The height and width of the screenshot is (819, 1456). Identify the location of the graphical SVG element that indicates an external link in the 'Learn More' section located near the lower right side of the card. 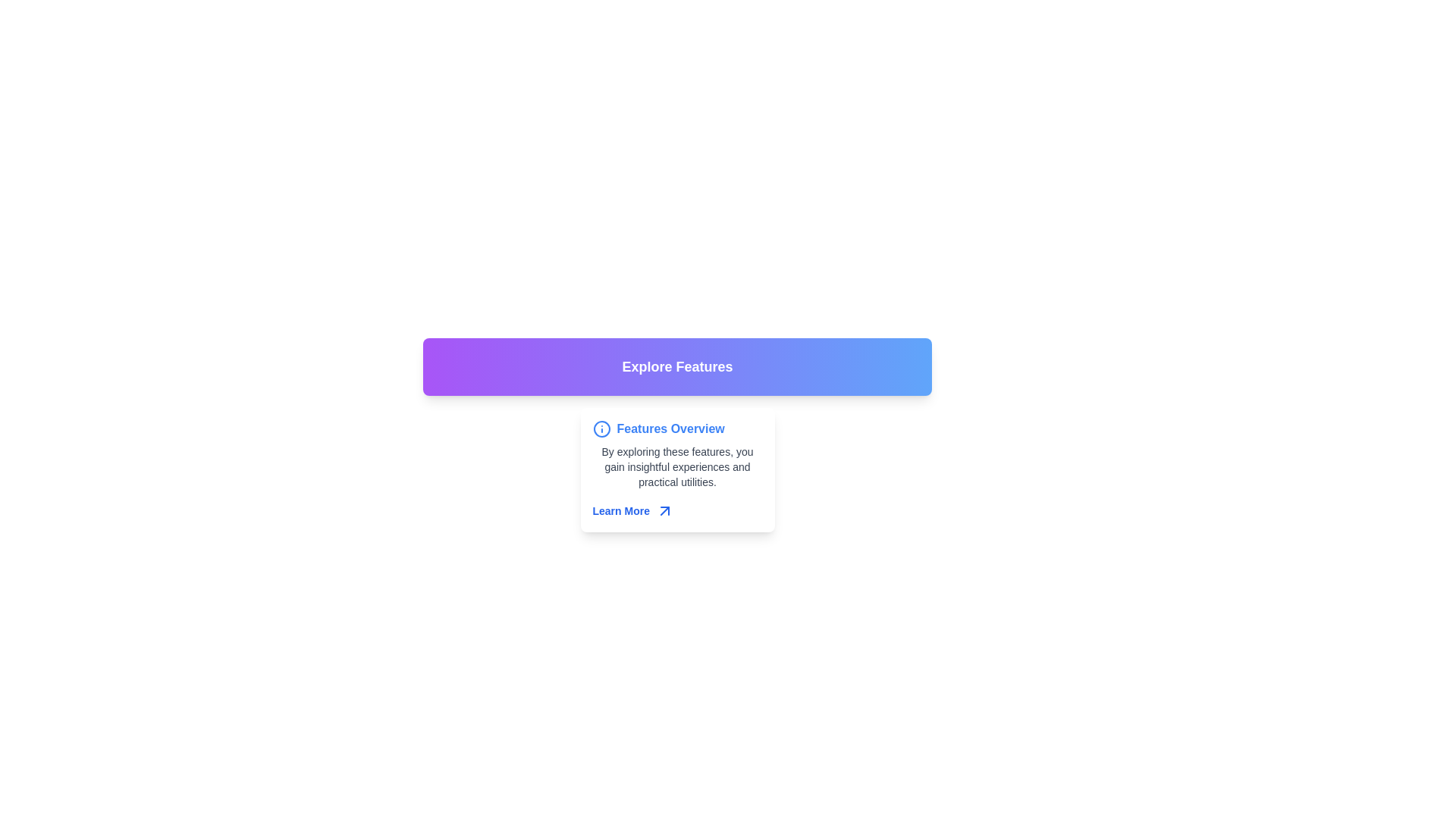
(665, 511).